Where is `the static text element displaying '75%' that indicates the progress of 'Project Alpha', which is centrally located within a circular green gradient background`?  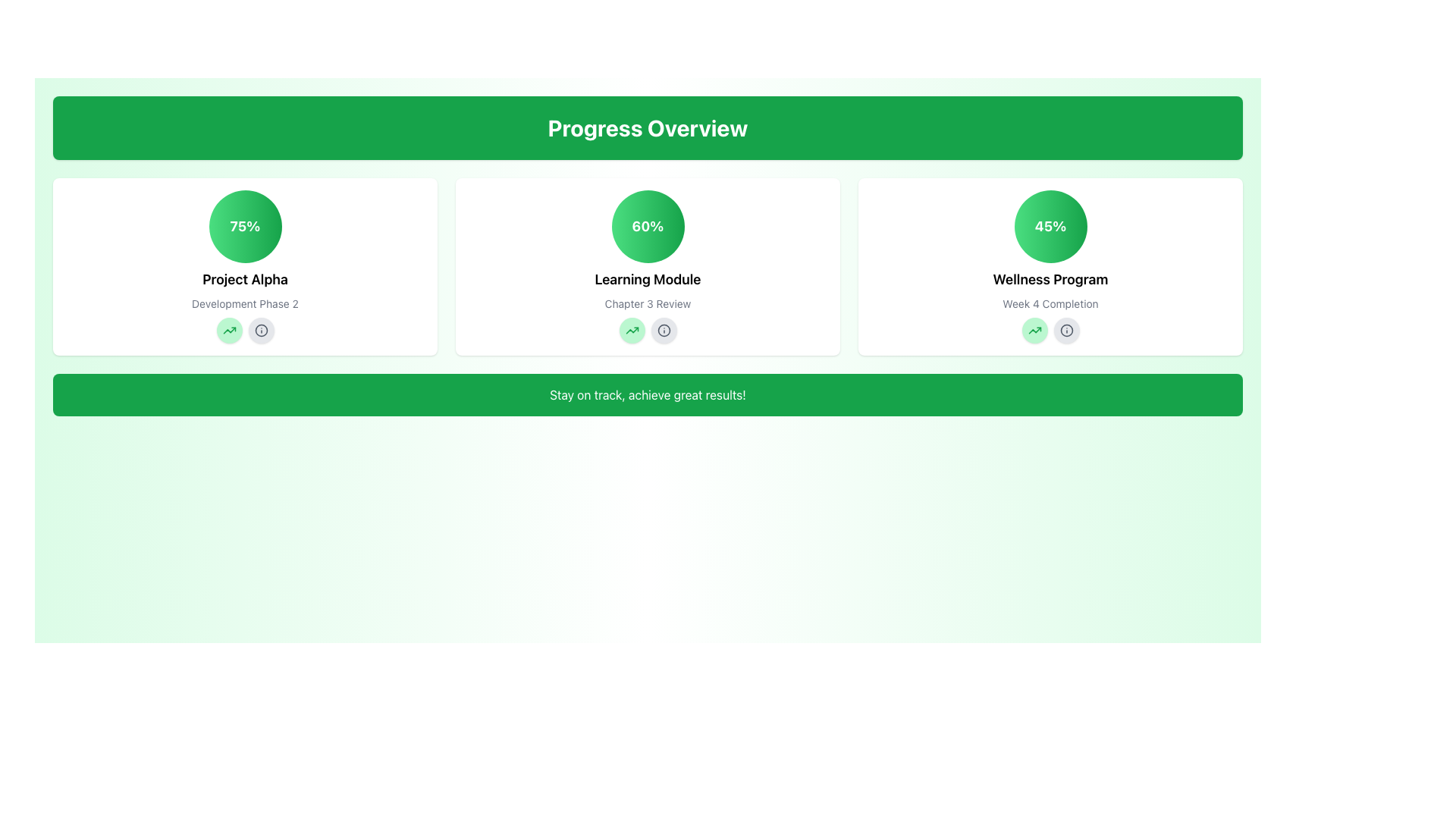
the static text element displaying '75%' that indicates the progress of 'Project Alpha', which is centrally located within a circular green gradient background is located at coordinates (245, 227).